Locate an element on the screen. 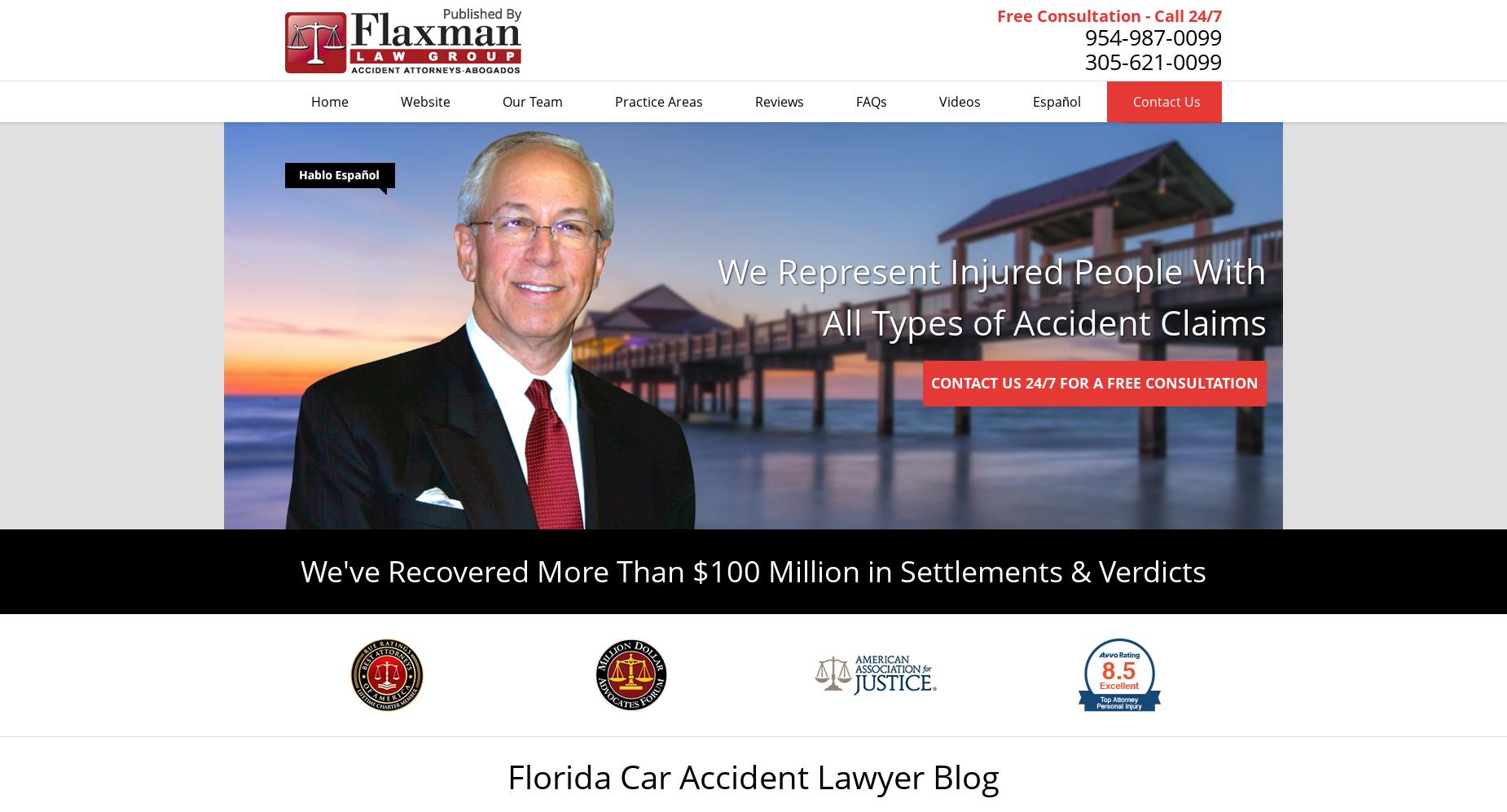  'Español' is located at coordinates (1056, 102).